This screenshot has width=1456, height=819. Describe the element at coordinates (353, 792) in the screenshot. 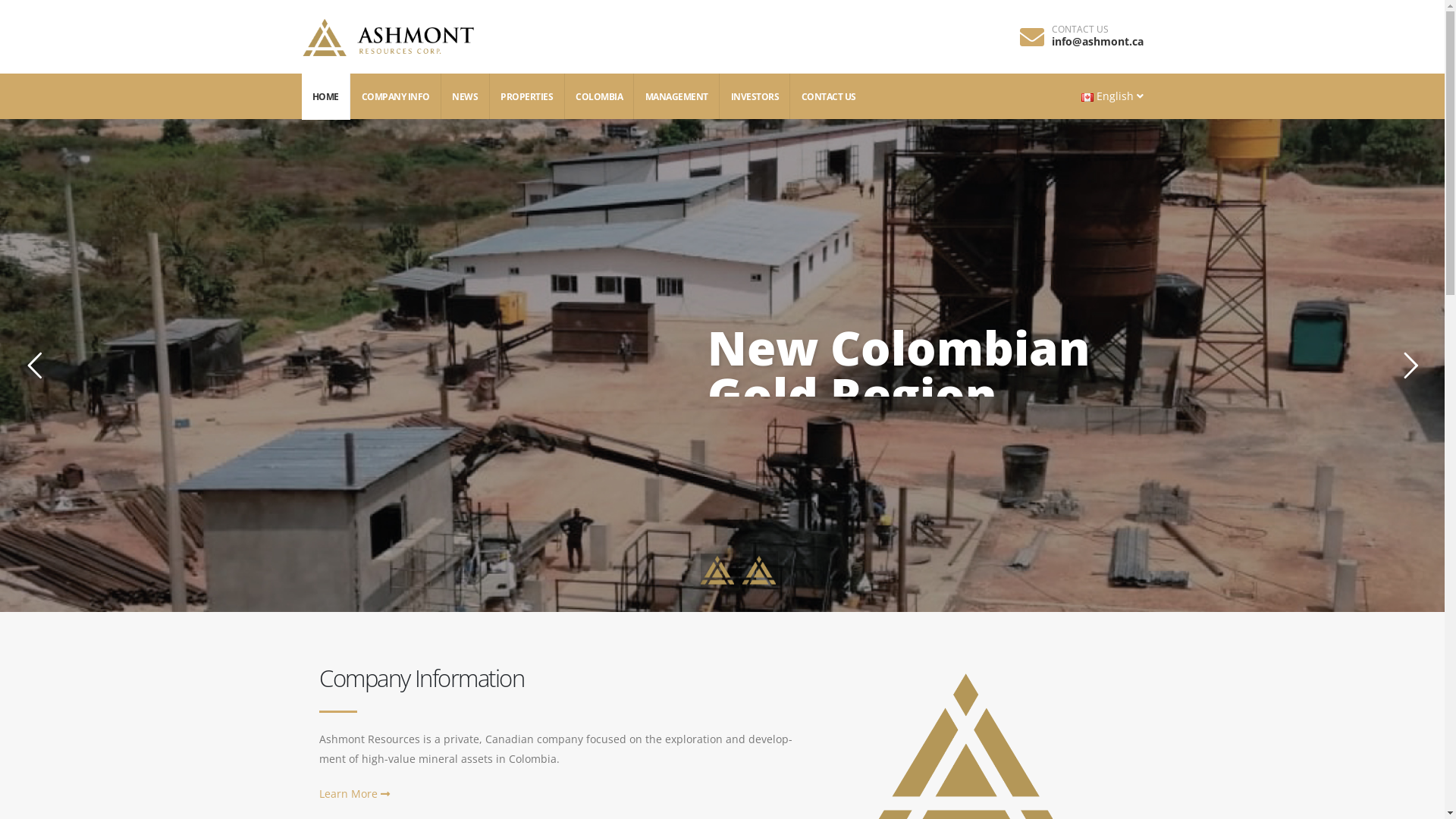

I see `'Learn More'` at that location.